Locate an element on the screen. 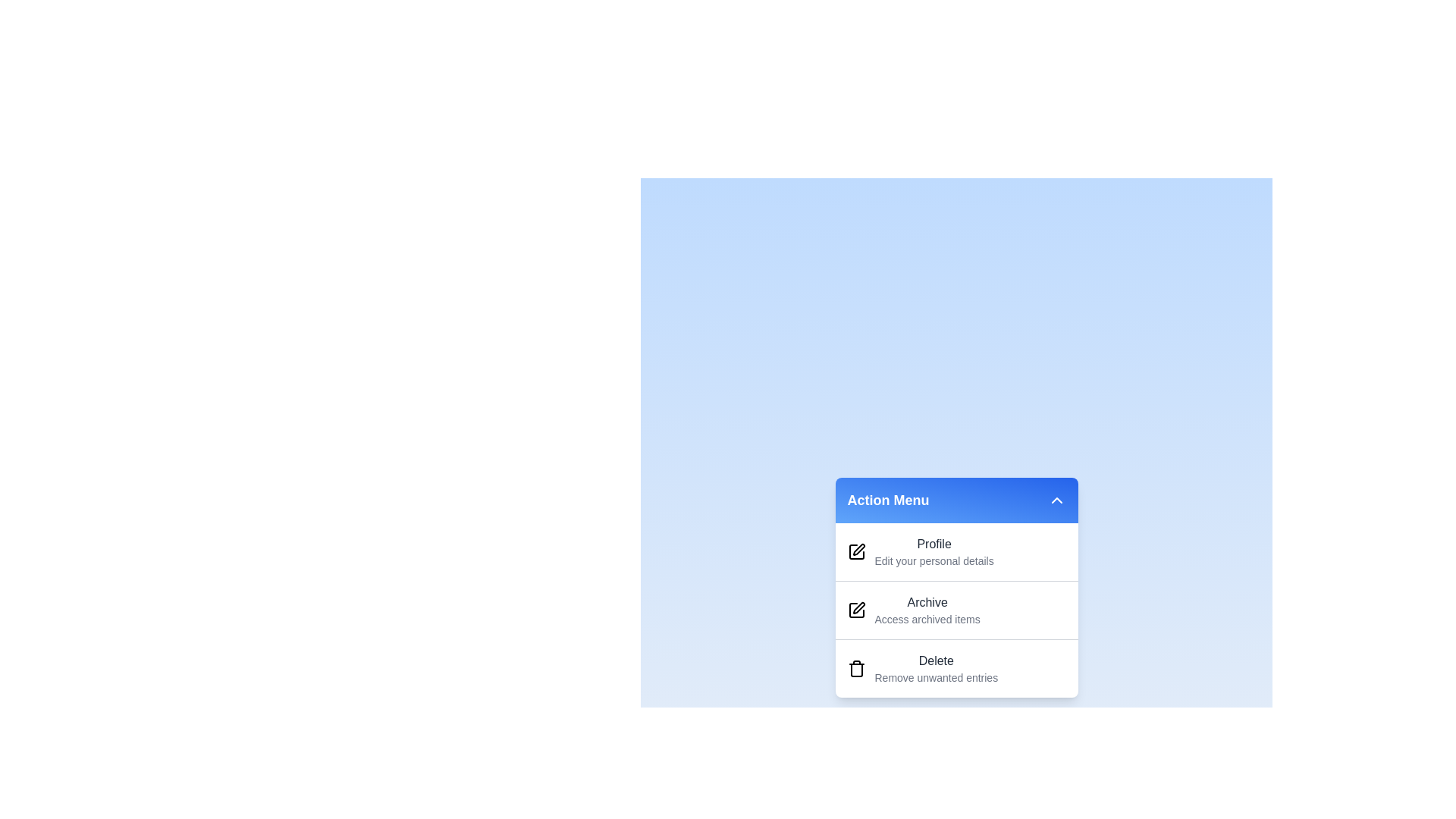 The image size is (1456, 819). the menu item corresponding to Delete is located at coordinates (910, 681).